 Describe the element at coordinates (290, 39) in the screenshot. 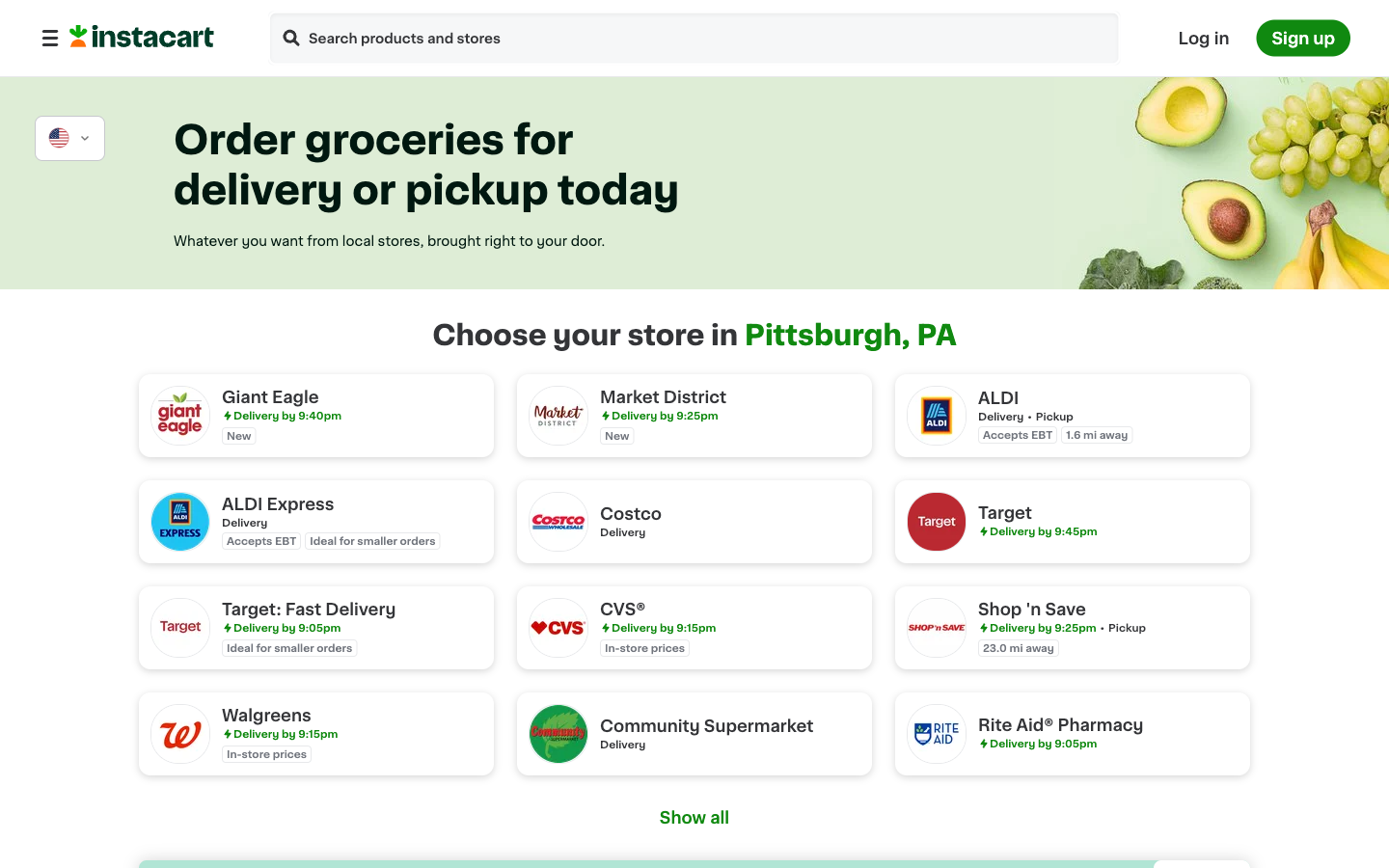

I see `Input "Table Lamp" into the search field and submit` at that location.